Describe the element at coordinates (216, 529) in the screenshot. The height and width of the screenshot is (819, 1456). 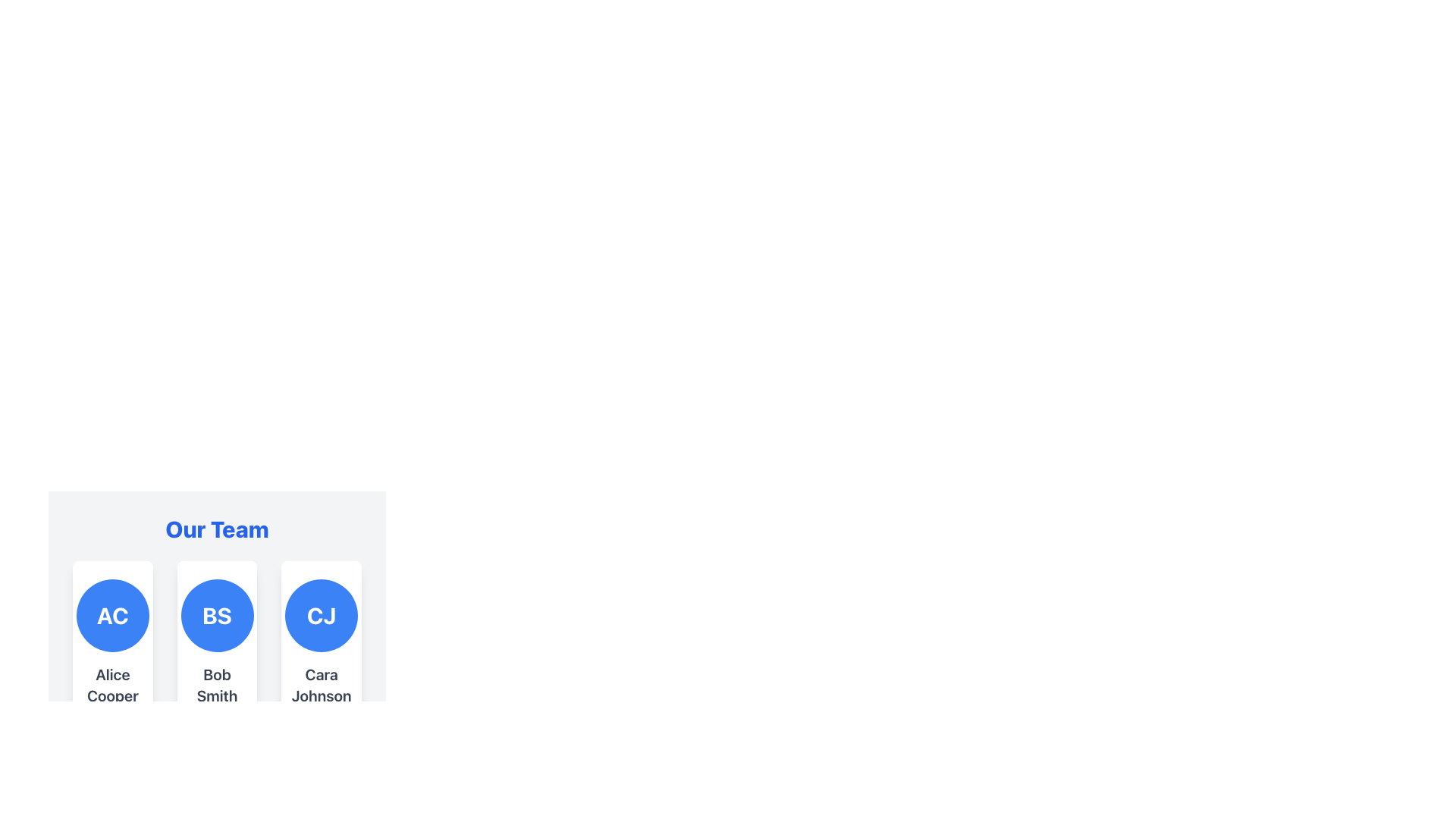
I see `the static text element that serves as a header for the team overview section, indicating the content below relates to team members` at that location.